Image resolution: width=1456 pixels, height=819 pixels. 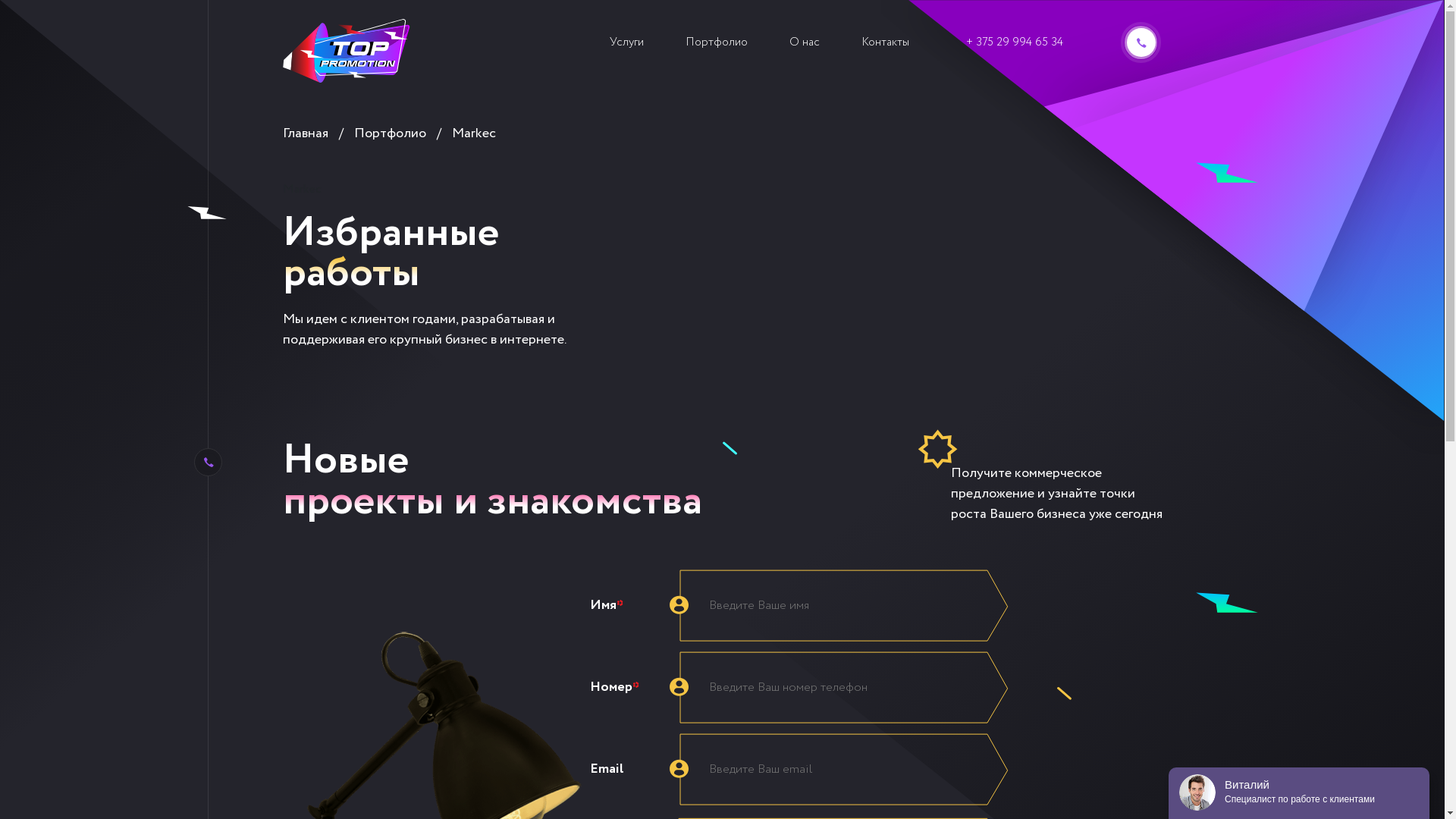 What do you see at coordinates (1015, 42) in the screenshot?
I see `'+ 375 29 994 65 34'` at bounding box center [1015, 42].